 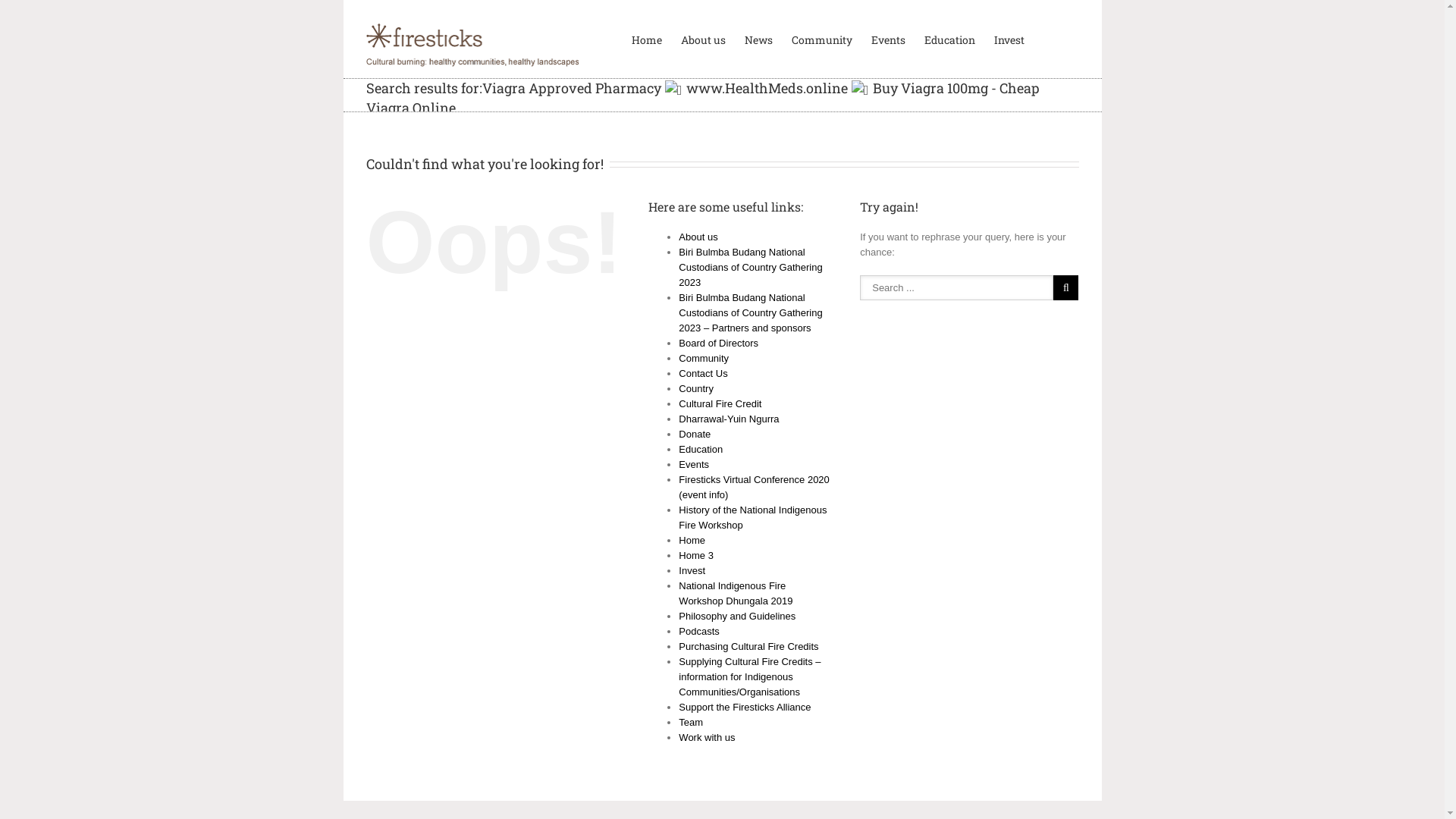 What do you see at coordinates (702, 38) in the screenshot?
I see `'About us'` at bounding box center [702, 38].